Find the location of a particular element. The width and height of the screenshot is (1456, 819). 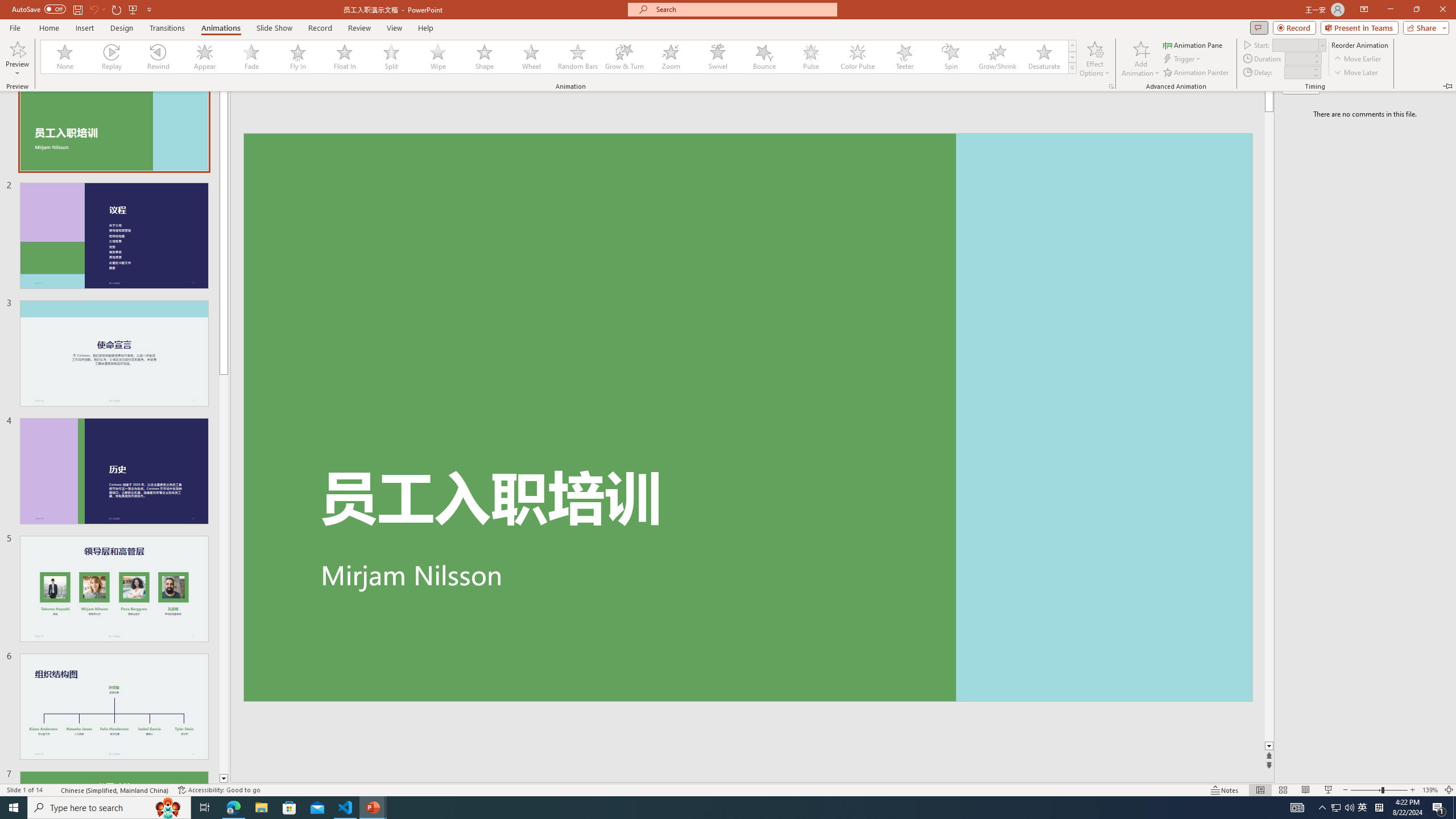

'Action Center, 1 new notification' is located at coordinates (1439, 806).